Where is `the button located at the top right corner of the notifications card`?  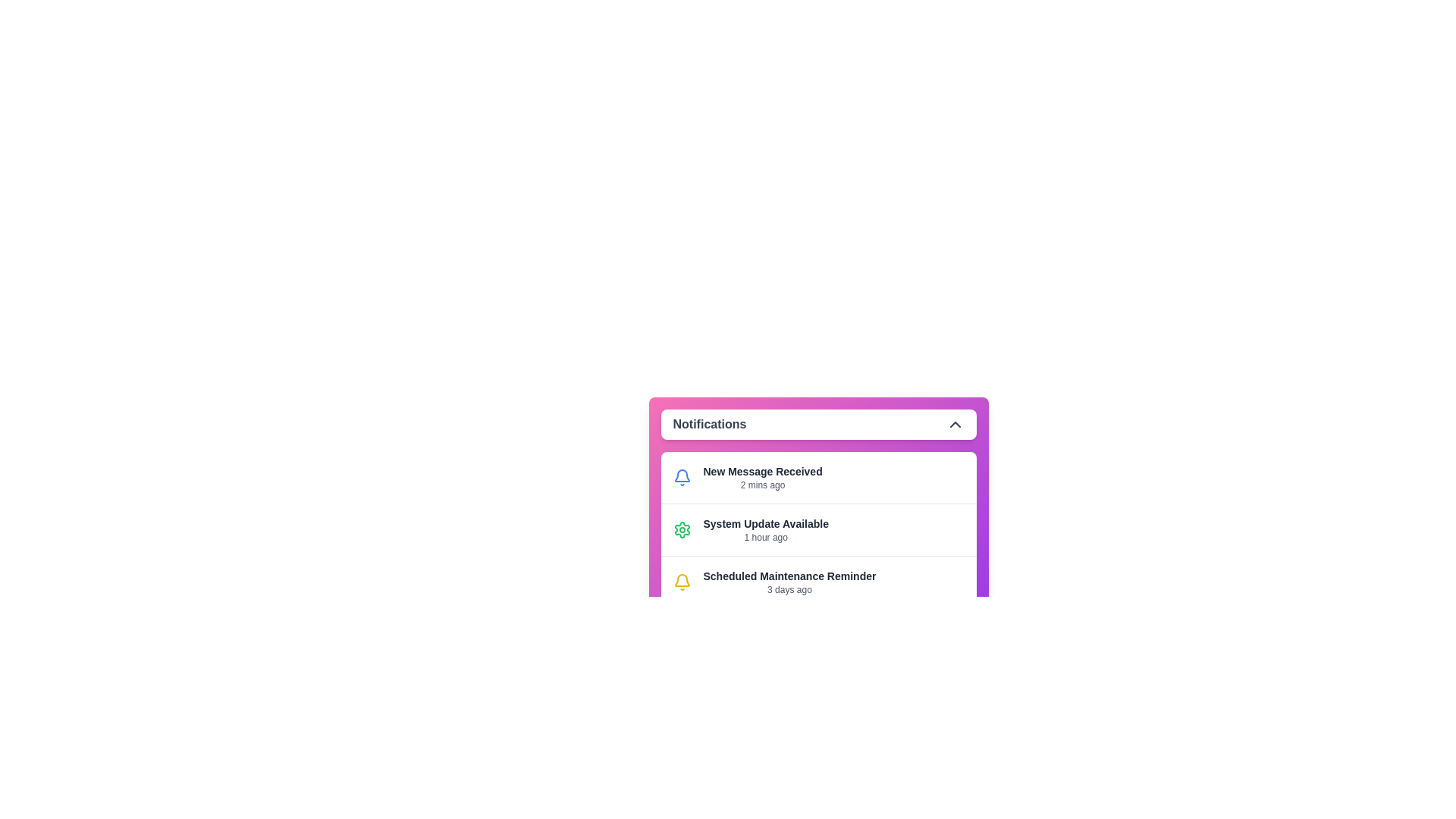
the button located at the top right corner of the notifications card is located at coordinates (954, 424).